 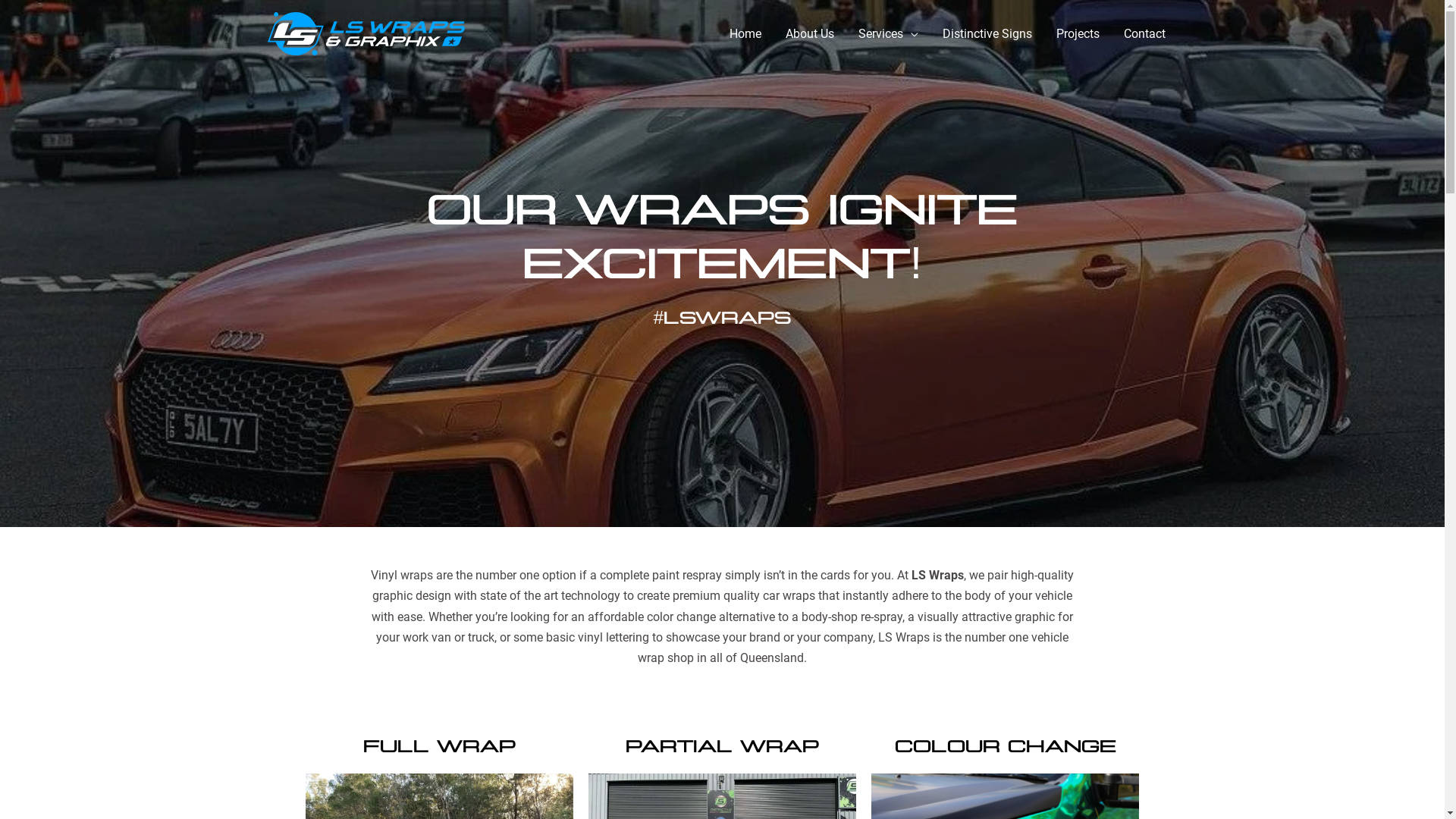 I want to click on 'Home', so click(x=716, y=34).